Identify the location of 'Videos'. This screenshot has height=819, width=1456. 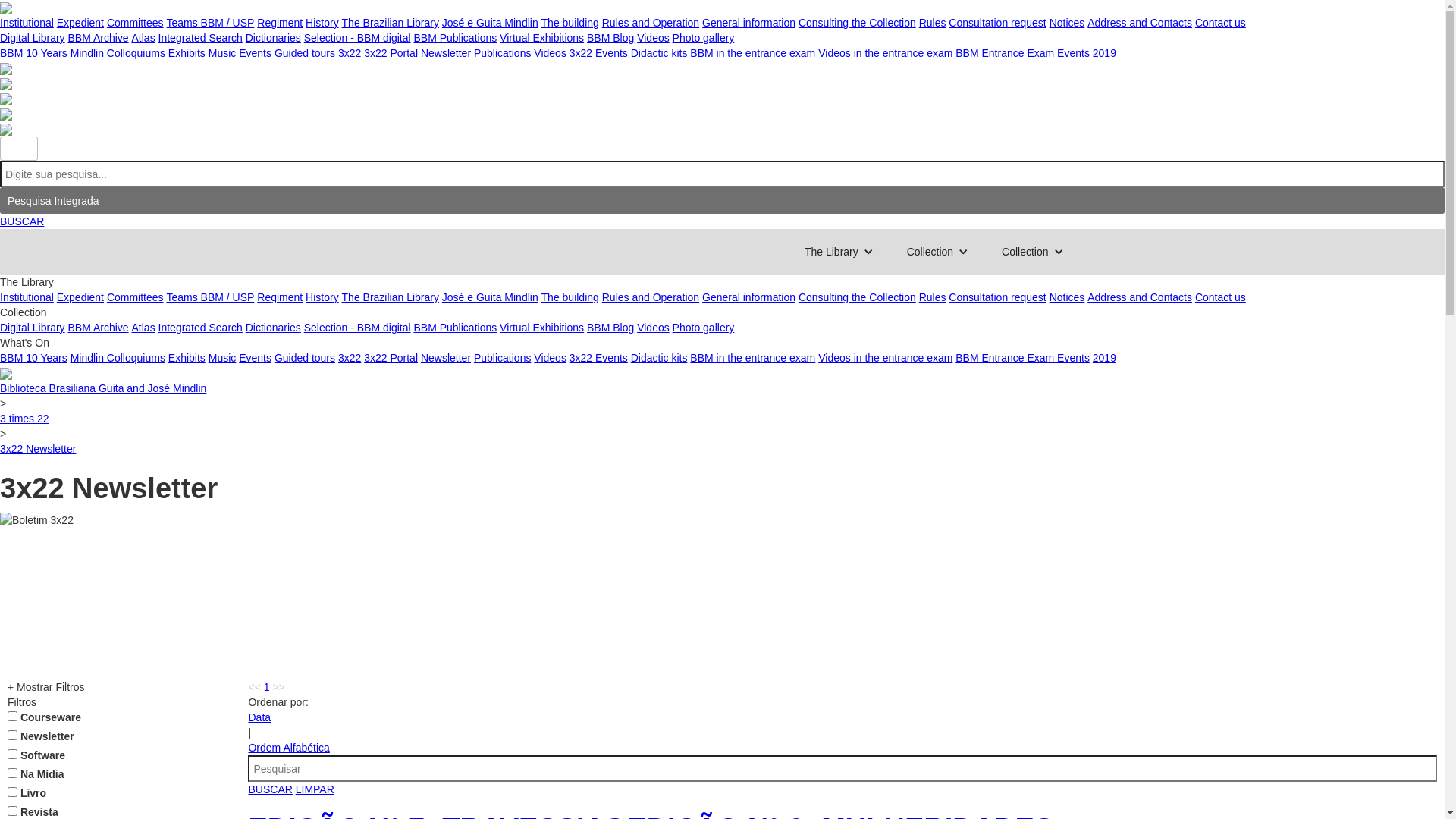
(653, 327).